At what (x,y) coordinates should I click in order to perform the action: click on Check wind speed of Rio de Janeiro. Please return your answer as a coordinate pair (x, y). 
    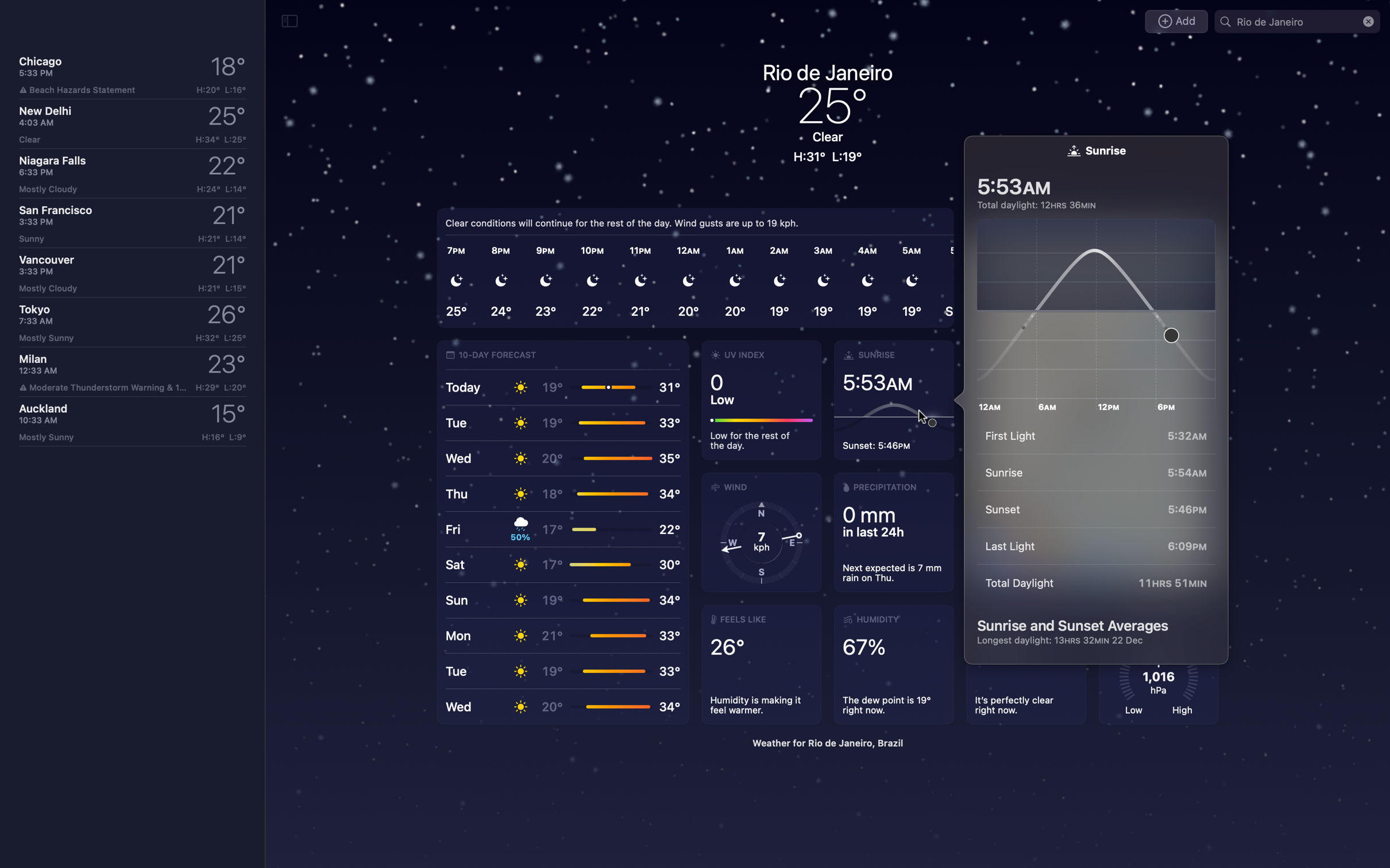
    Looking at the image, I should click on (762, 532).